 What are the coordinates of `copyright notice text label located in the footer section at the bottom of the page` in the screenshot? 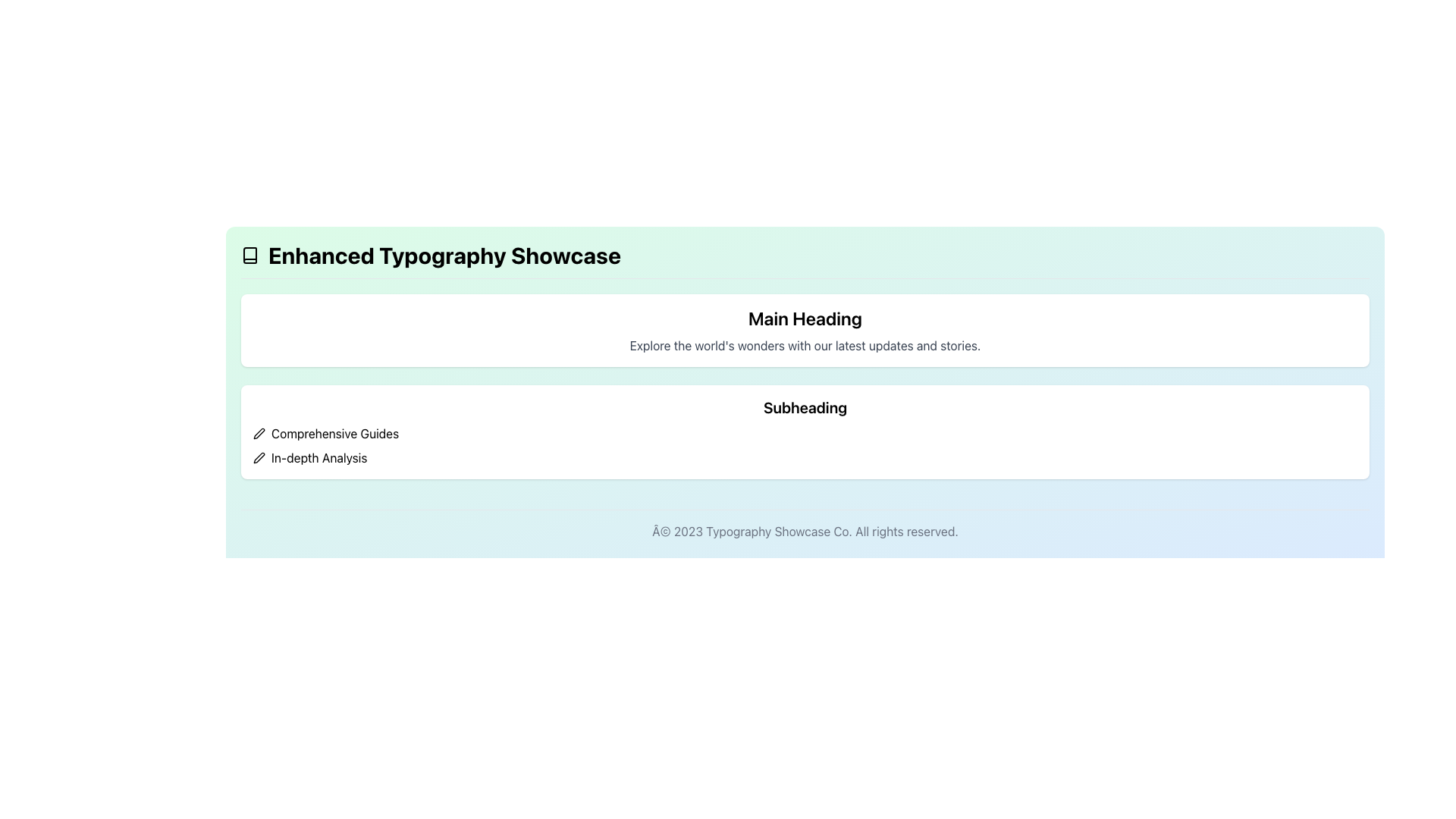 It's located at (804, 531).